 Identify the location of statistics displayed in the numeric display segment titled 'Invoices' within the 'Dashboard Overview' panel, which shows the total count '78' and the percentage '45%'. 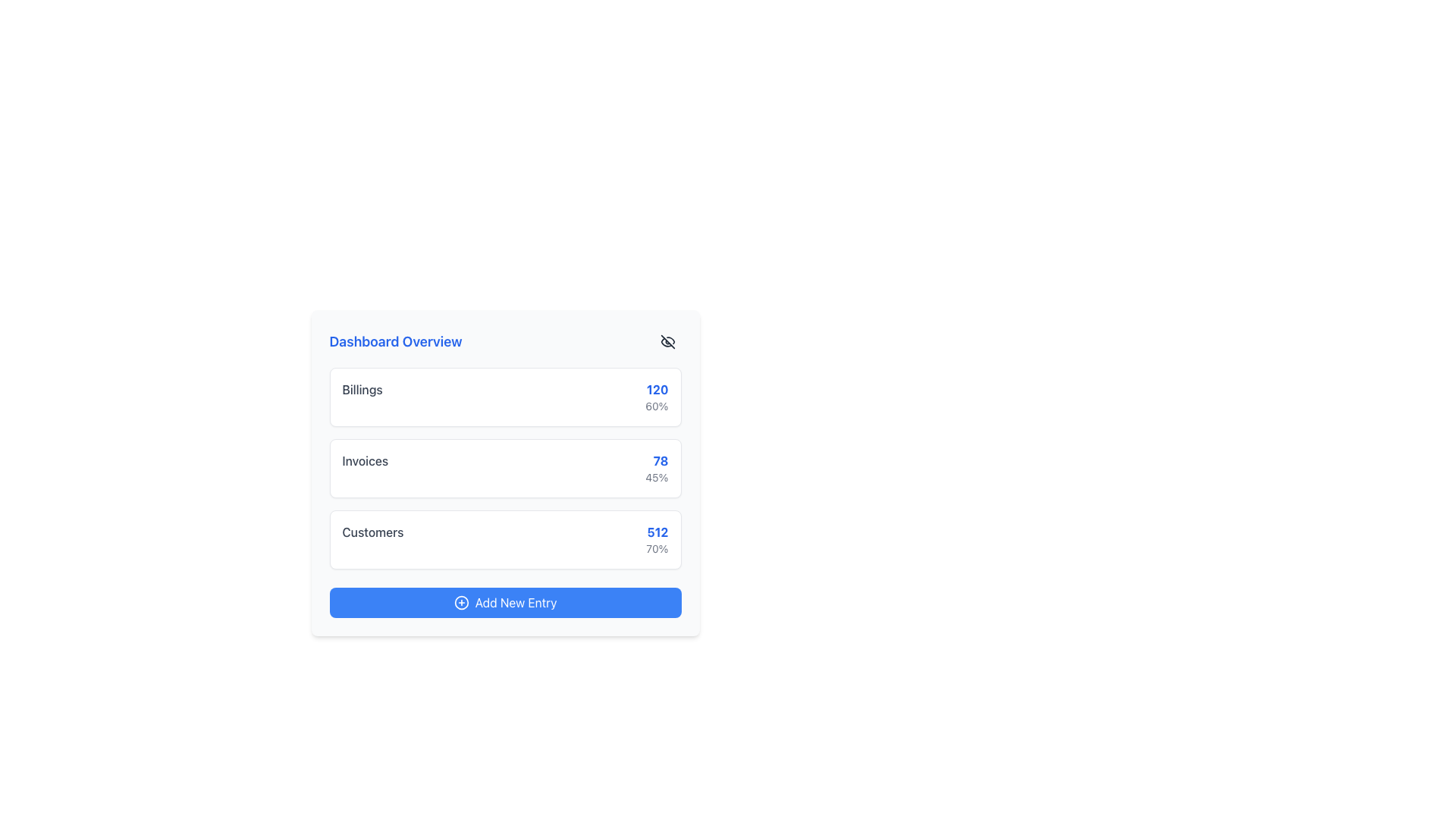
(505, 467).